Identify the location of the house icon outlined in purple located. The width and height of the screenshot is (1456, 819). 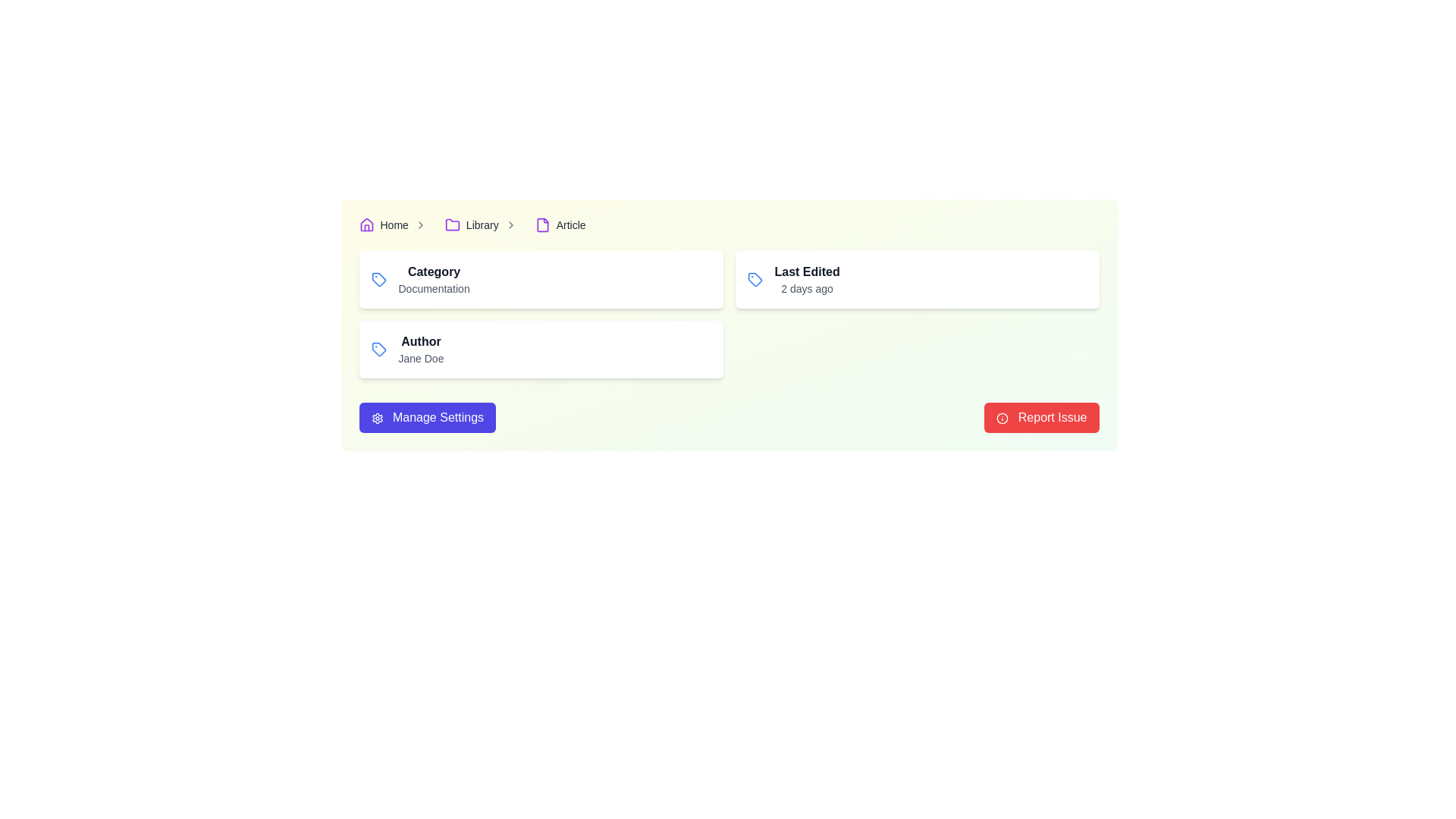
(366, 225).